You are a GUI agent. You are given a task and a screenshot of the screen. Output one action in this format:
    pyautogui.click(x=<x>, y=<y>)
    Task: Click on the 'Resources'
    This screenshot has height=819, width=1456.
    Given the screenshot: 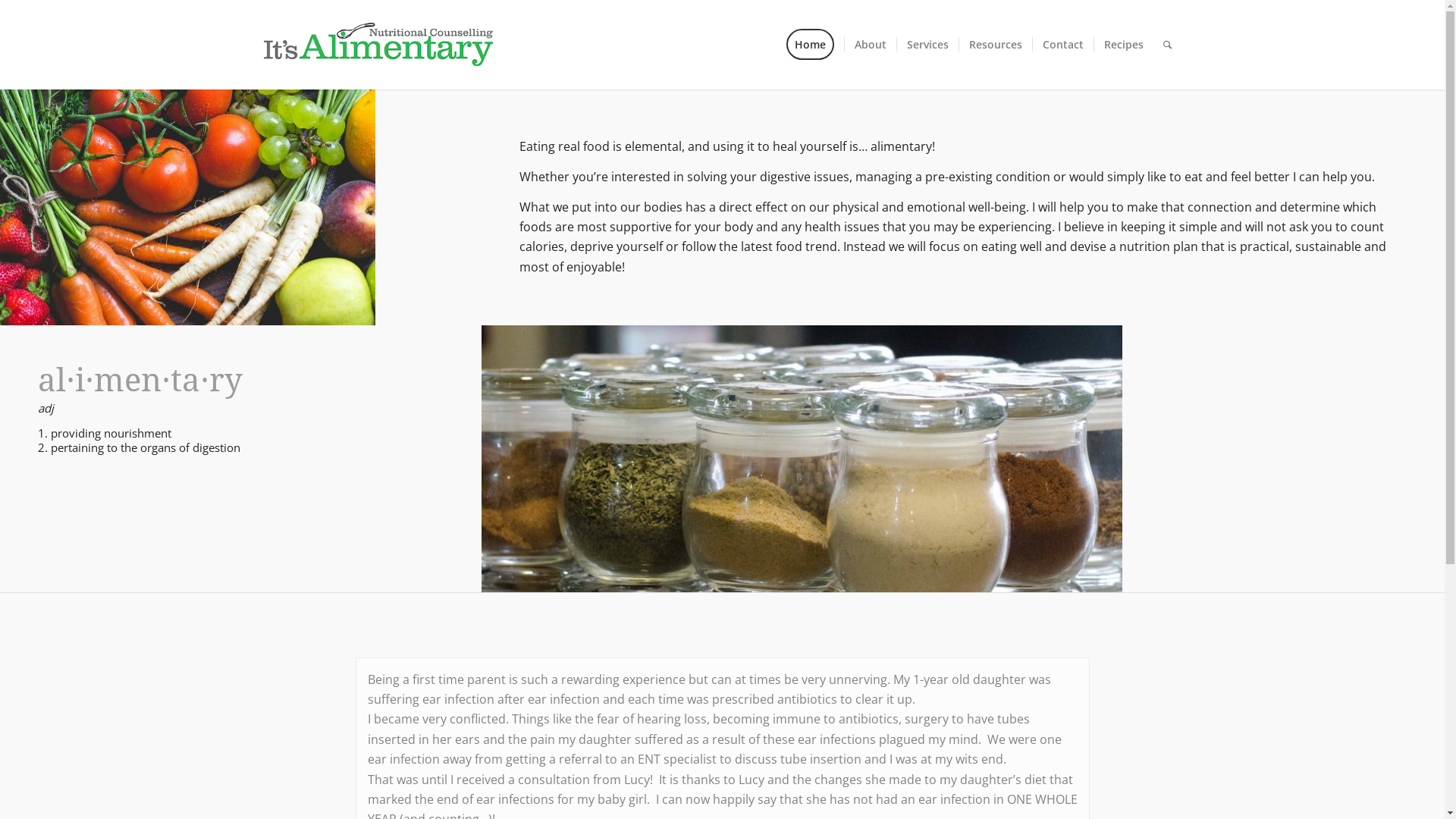 What is the action you would take?
    pyautogui.click(x=995, y=43)
    